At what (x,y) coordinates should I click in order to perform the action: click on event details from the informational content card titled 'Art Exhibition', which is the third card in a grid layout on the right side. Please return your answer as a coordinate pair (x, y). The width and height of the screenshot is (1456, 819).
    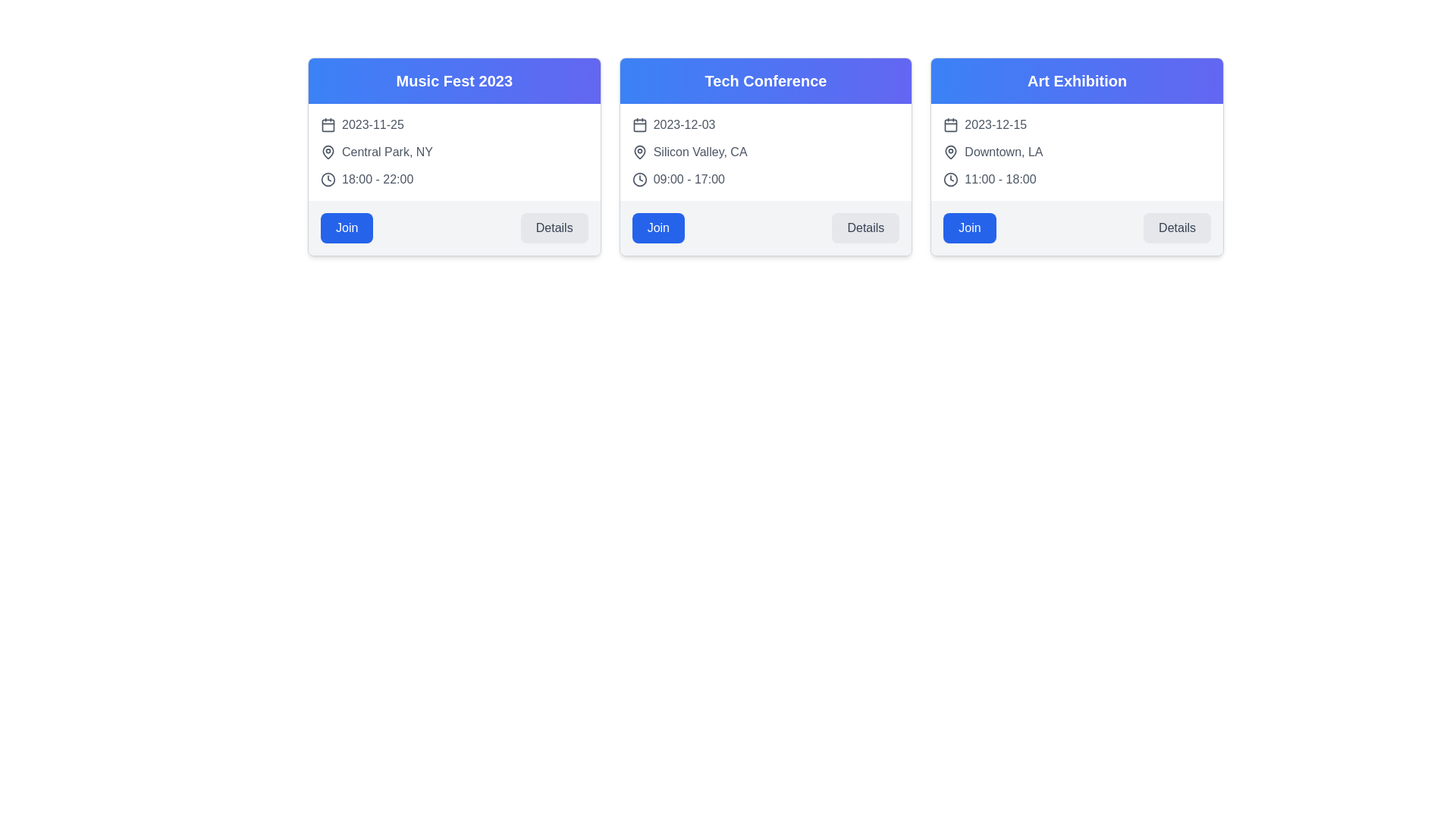
    Looking at the image, I should click on (1076, 157).